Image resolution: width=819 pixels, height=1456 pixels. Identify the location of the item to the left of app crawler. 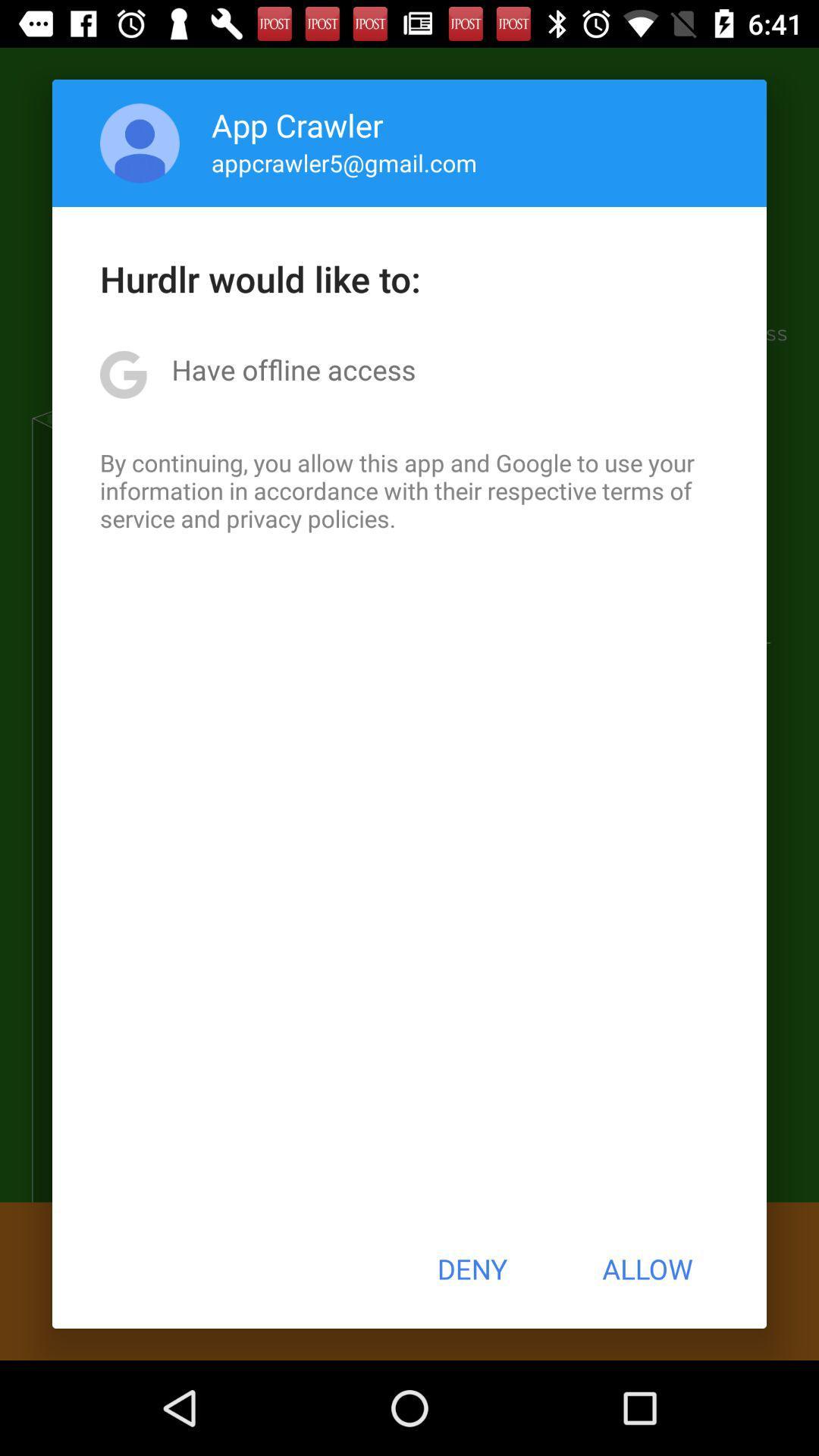
(140, 143).